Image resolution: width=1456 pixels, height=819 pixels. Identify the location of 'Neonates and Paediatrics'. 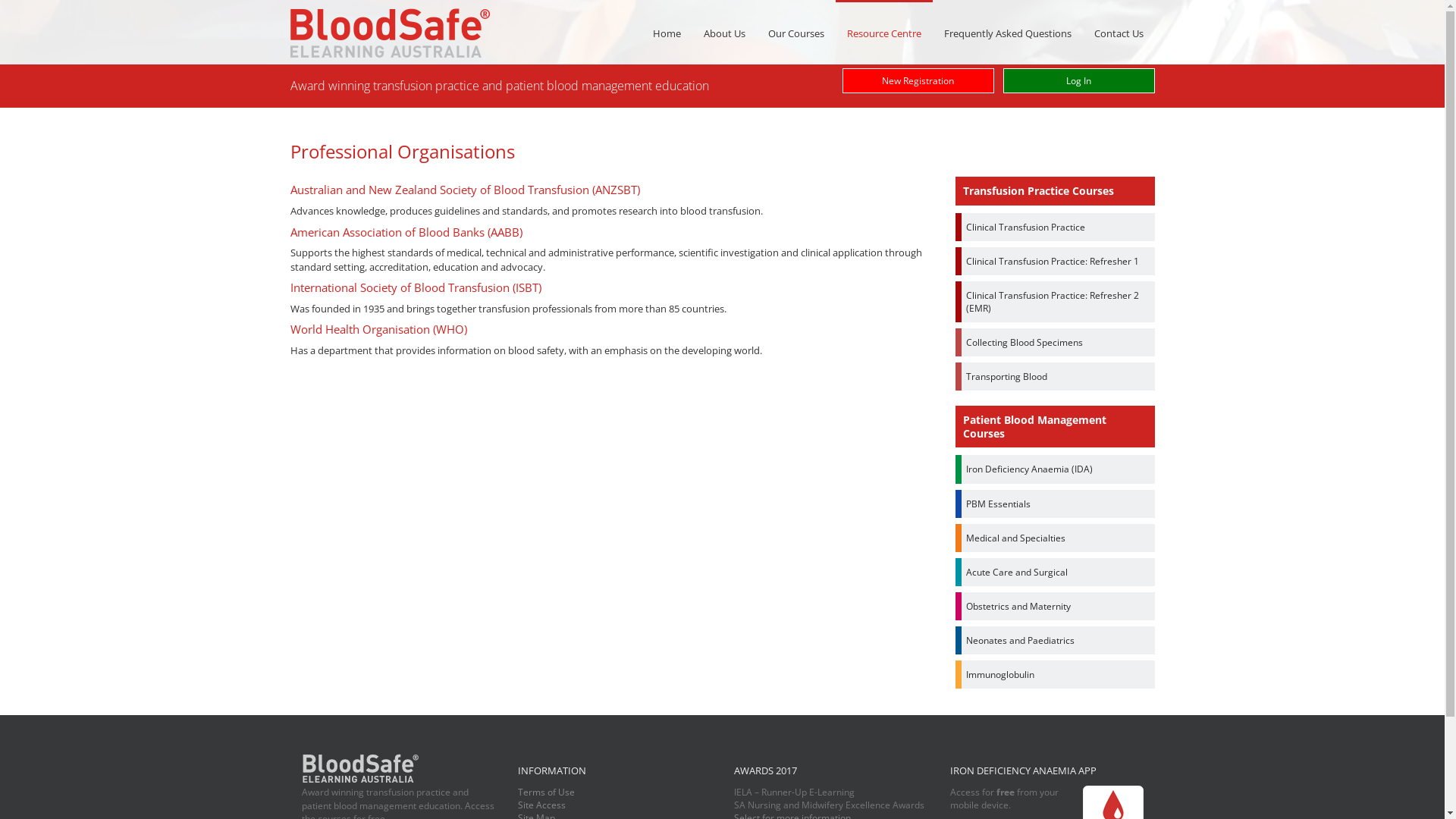
(1054, 640).